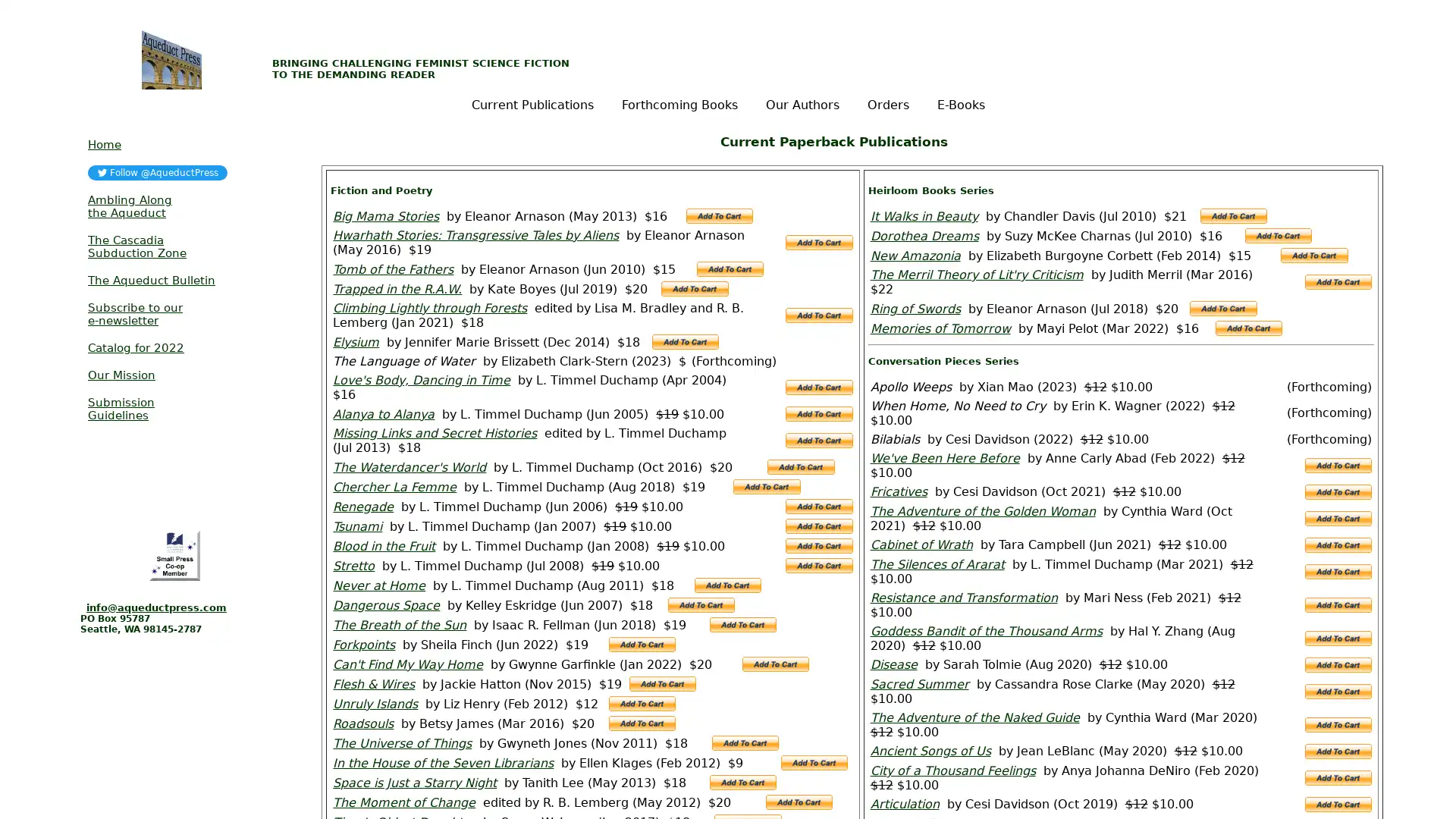  I want to click on Make payments with PayPal - it\'s fast, free and secure!, so click(1338, 690).